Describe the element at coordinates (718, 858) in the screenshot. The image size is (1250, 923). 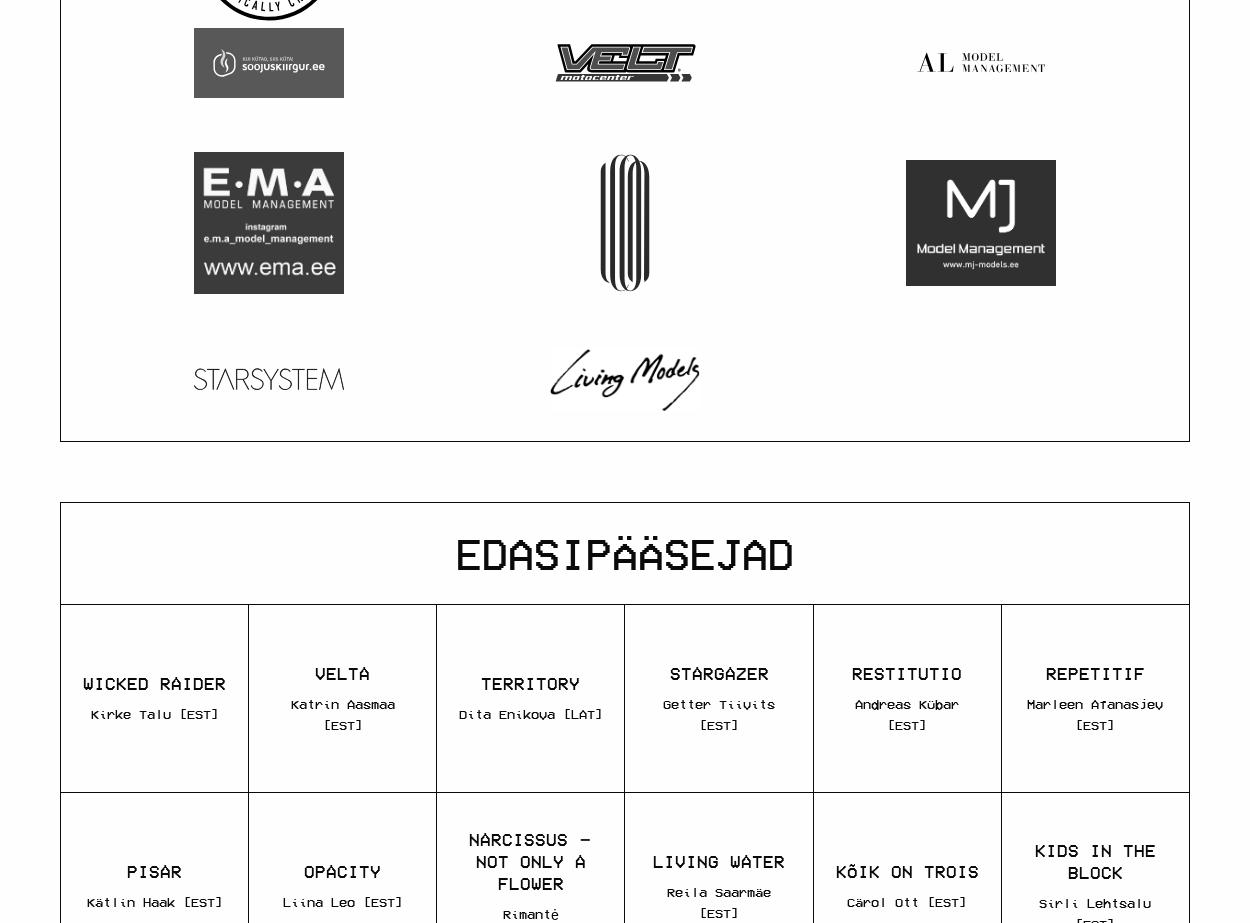
I see `'LIVING WATER'` at that location.